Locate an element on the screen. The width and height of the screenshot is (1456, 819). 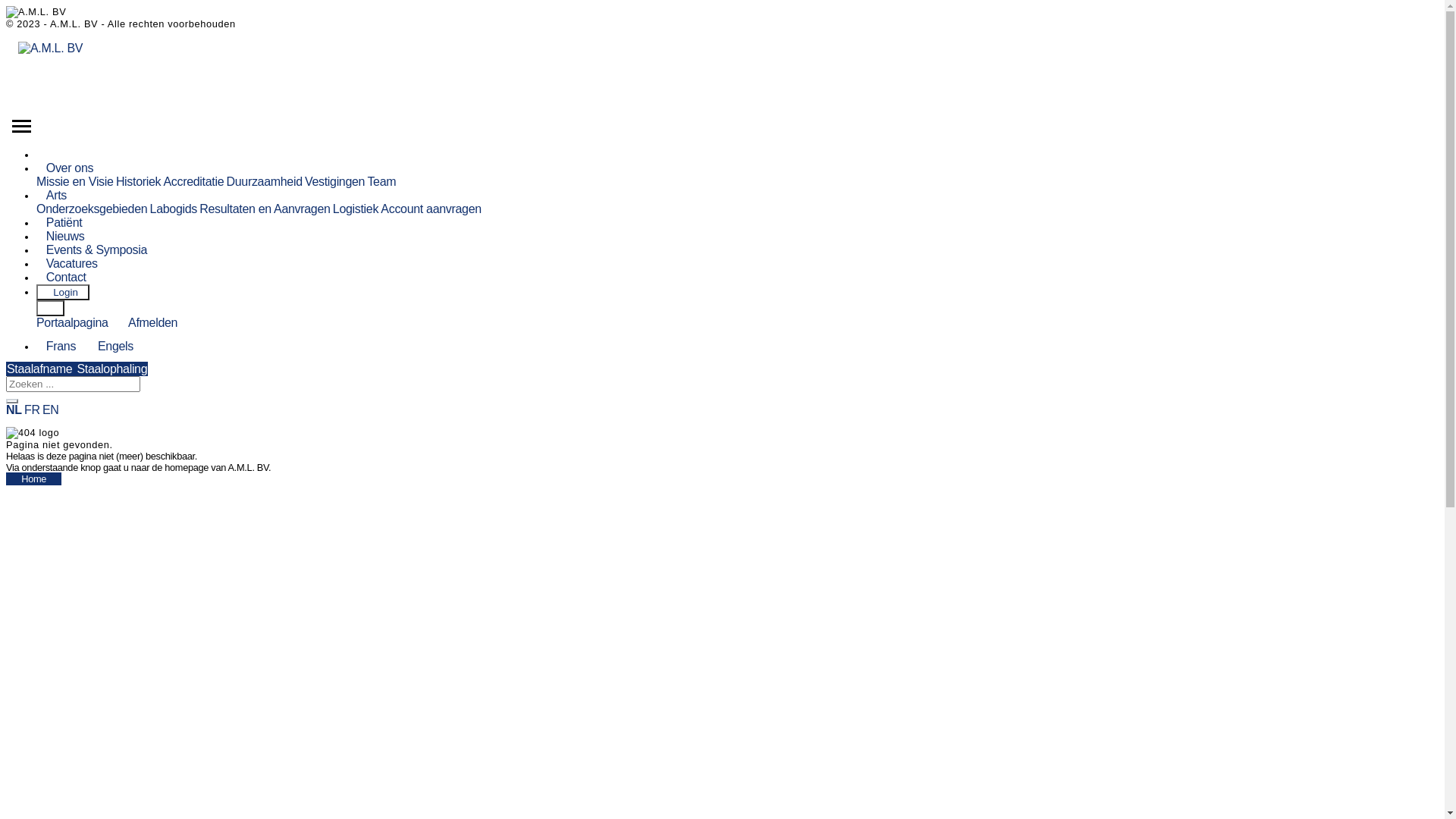
'Over ons' is located at coordinates (68, 168).